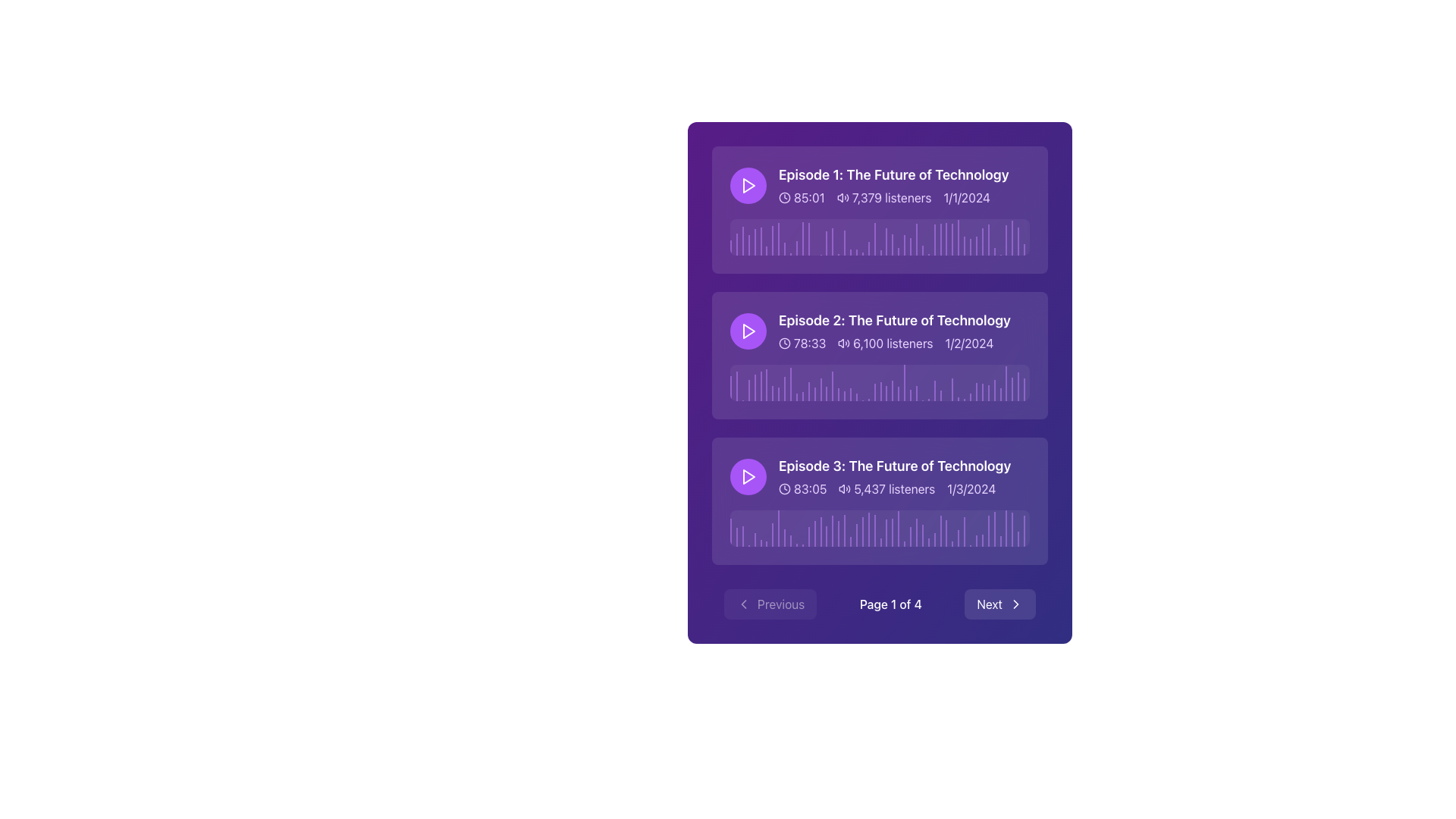  What do you see at coordinates (785, 248) in the screenshot?
I see `the 10th vertical bar of the audio waveform visualization, which is a narrow purple bar located near the bottom edge of the interface` at bounding box center [785, 248].